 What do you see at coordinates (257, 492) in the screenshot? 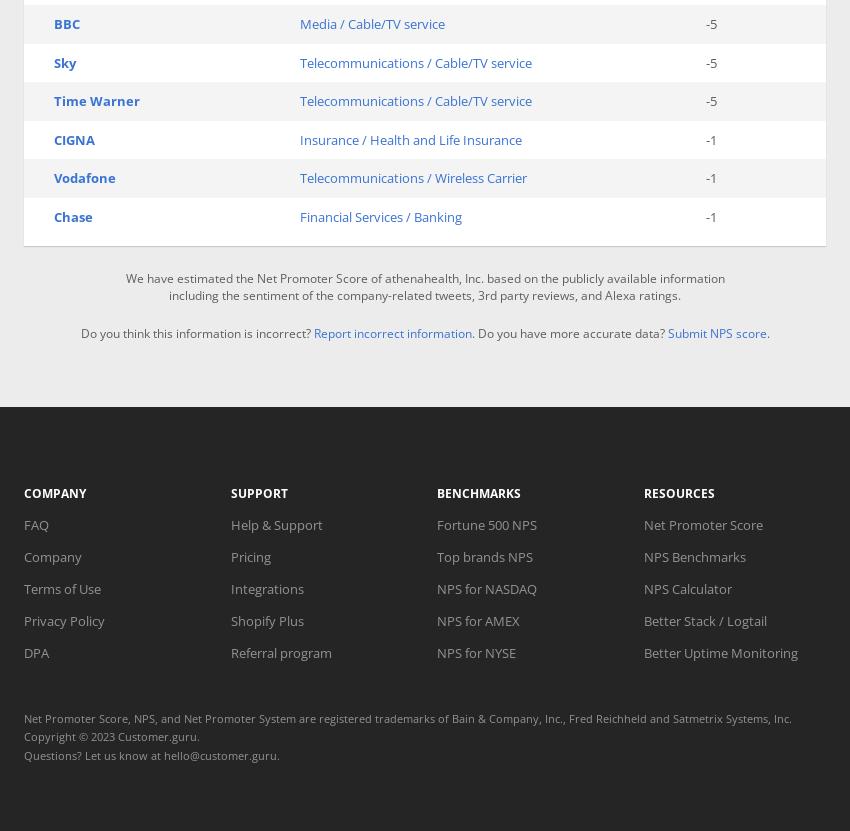
I see `'Support'` at bounding box center [257, 492].